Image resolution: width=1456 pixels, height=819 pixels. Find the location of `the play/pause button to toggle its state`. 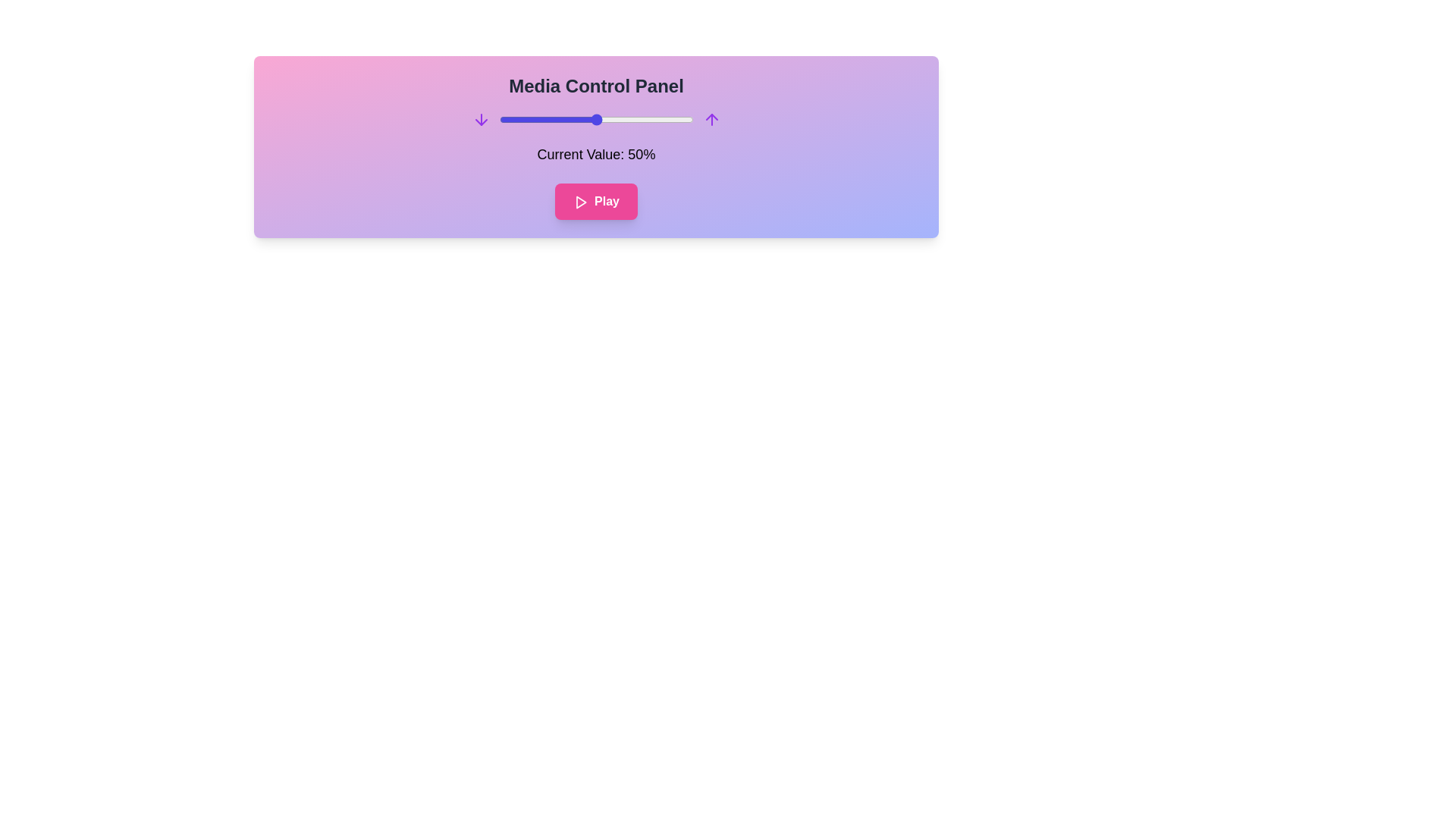

the play/pause button to toggle its state is located at coordinates (595, 201).